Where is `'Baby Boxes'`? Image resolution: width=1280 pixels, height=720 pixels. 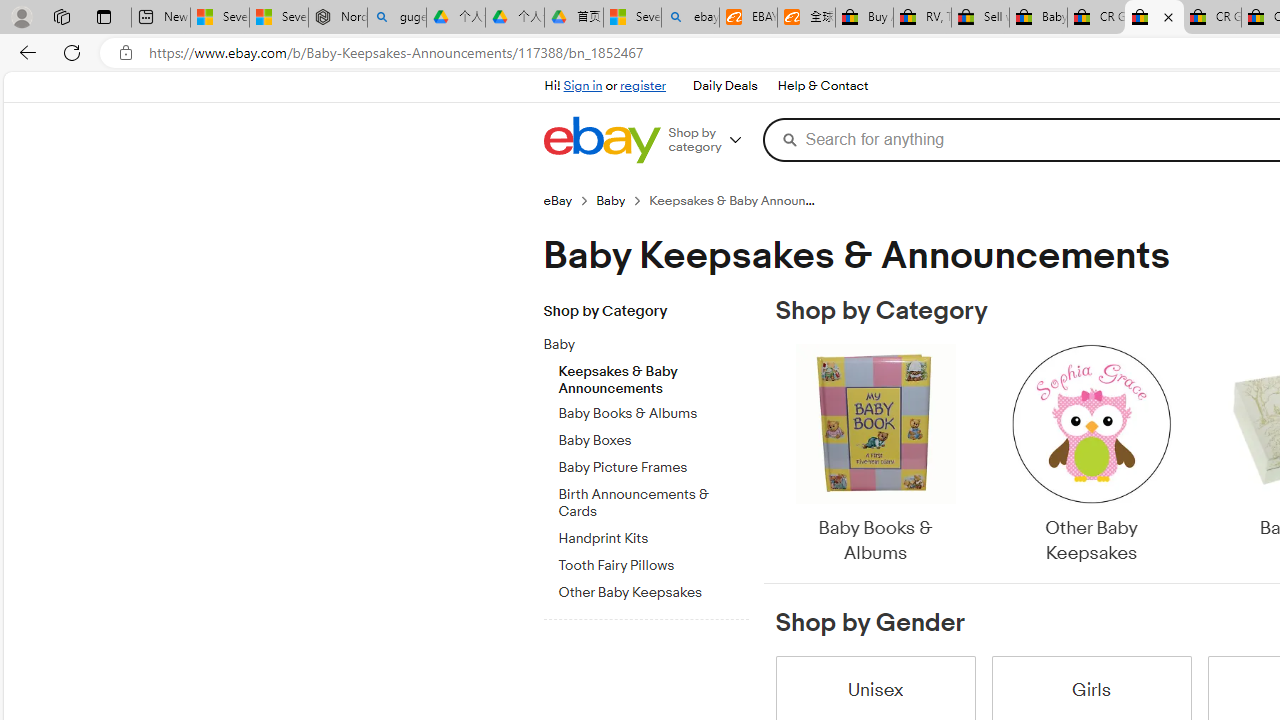 'Baby Boxes' is located at coordinates (653, 440).